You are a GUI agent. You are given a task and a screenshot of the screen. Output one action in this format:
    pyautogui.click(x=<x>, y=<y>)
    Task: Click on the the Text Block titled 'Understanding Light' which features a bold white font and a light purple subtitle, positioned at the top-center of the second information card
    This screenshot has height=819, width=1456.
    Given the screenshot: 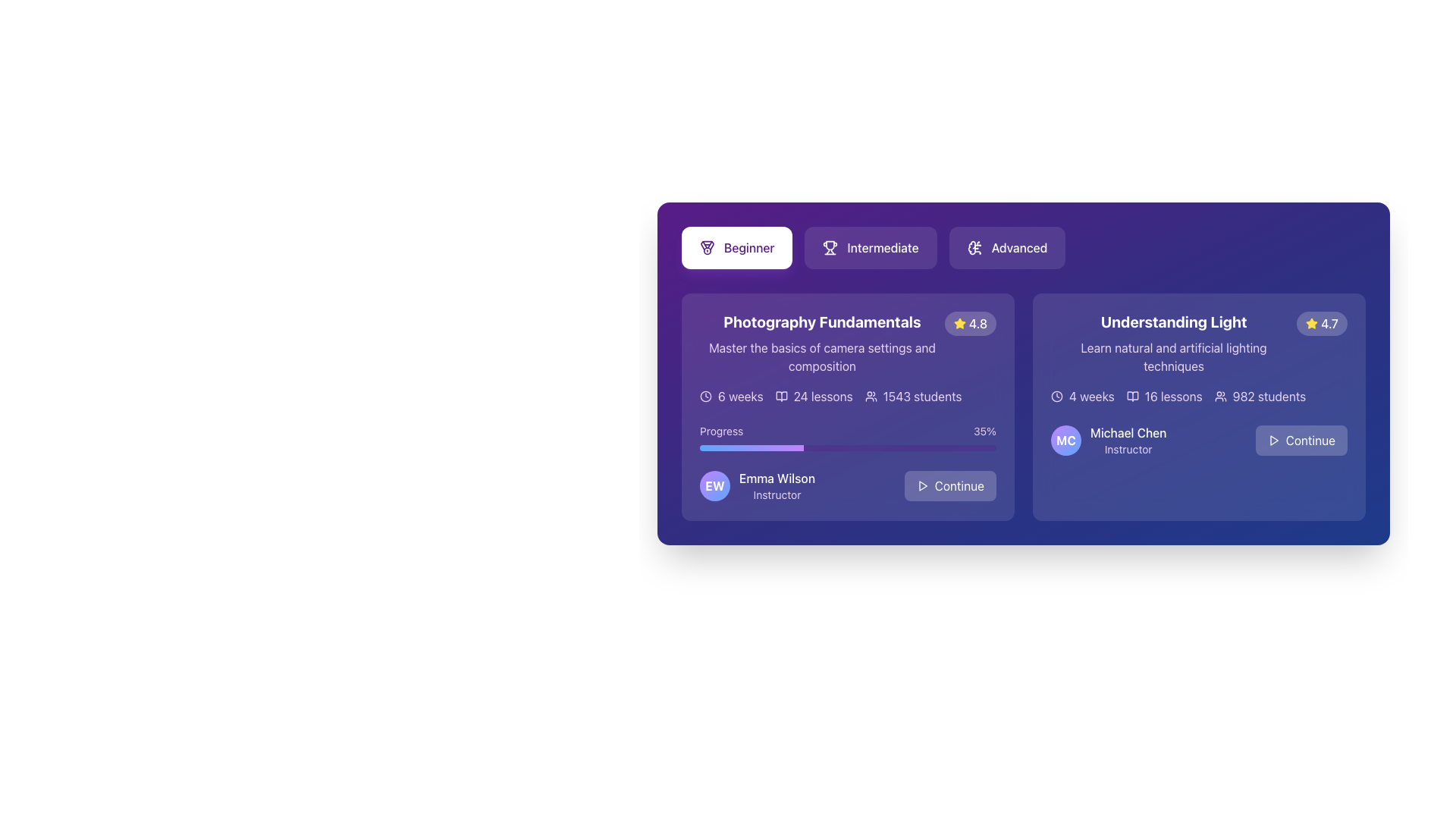 What is the action you would take?
    pyautogui.click(x=1173, y=343)
    